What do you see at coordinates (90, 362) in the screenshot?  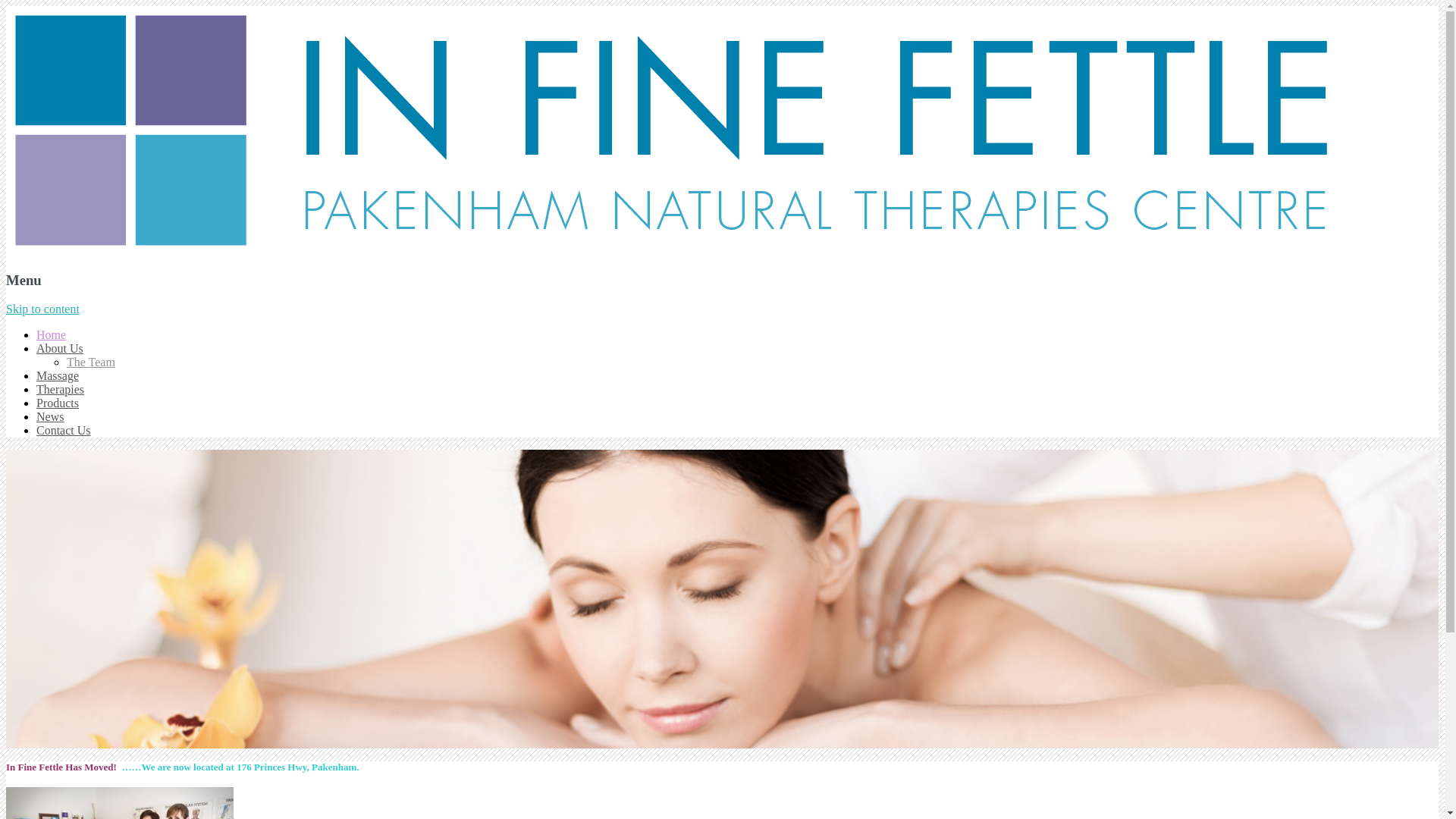 I see `'The Team'` at bounding box center [90, 362].